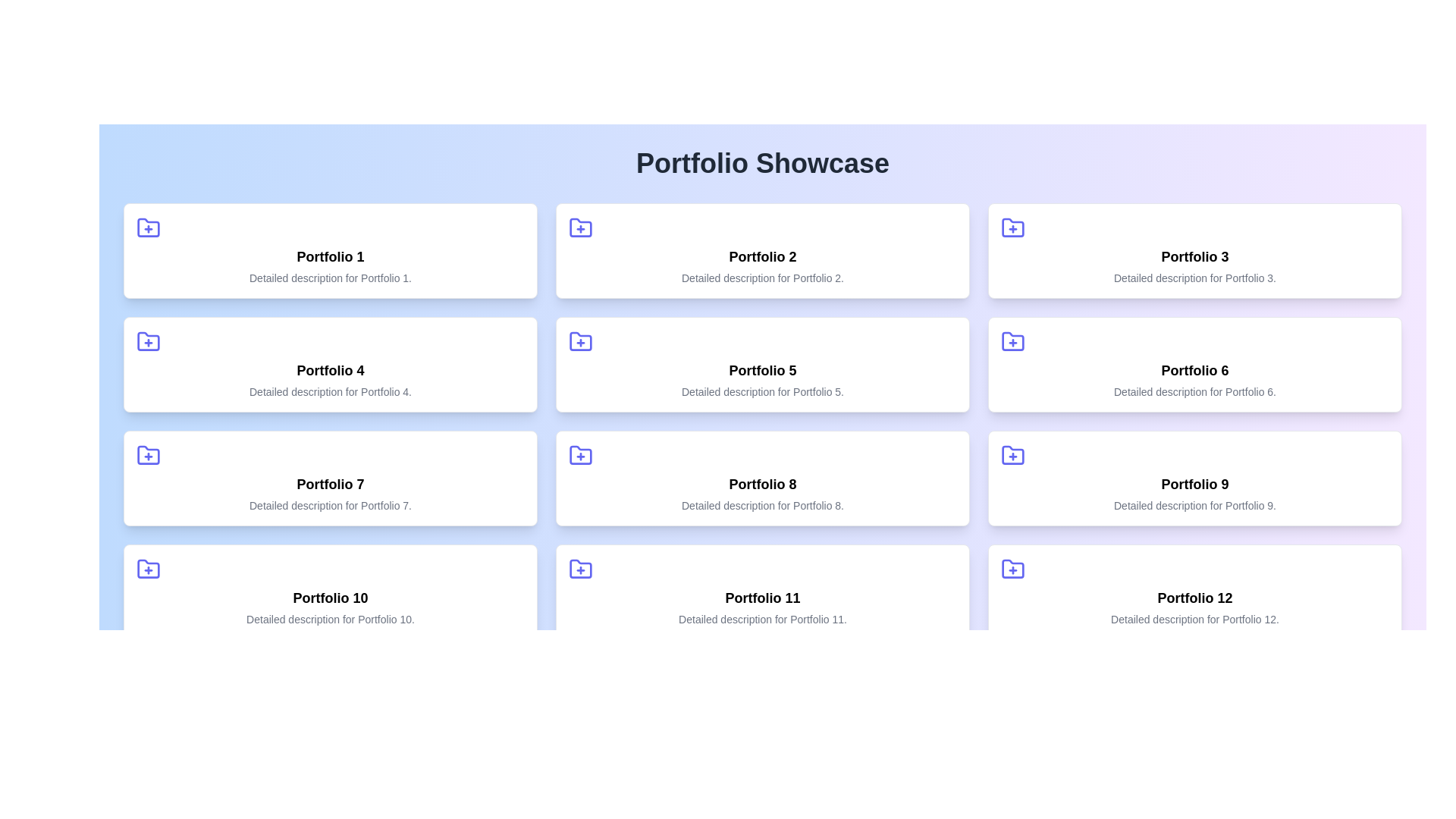 The width and height of the screenshot is (1456, 819). I want to click on the text label reading 'Detailed description for Portfolio 9.' which is located beneath the title 'Portfolio 9' in the ninth card of a 3x4 grid layout, so click(1194, 506).